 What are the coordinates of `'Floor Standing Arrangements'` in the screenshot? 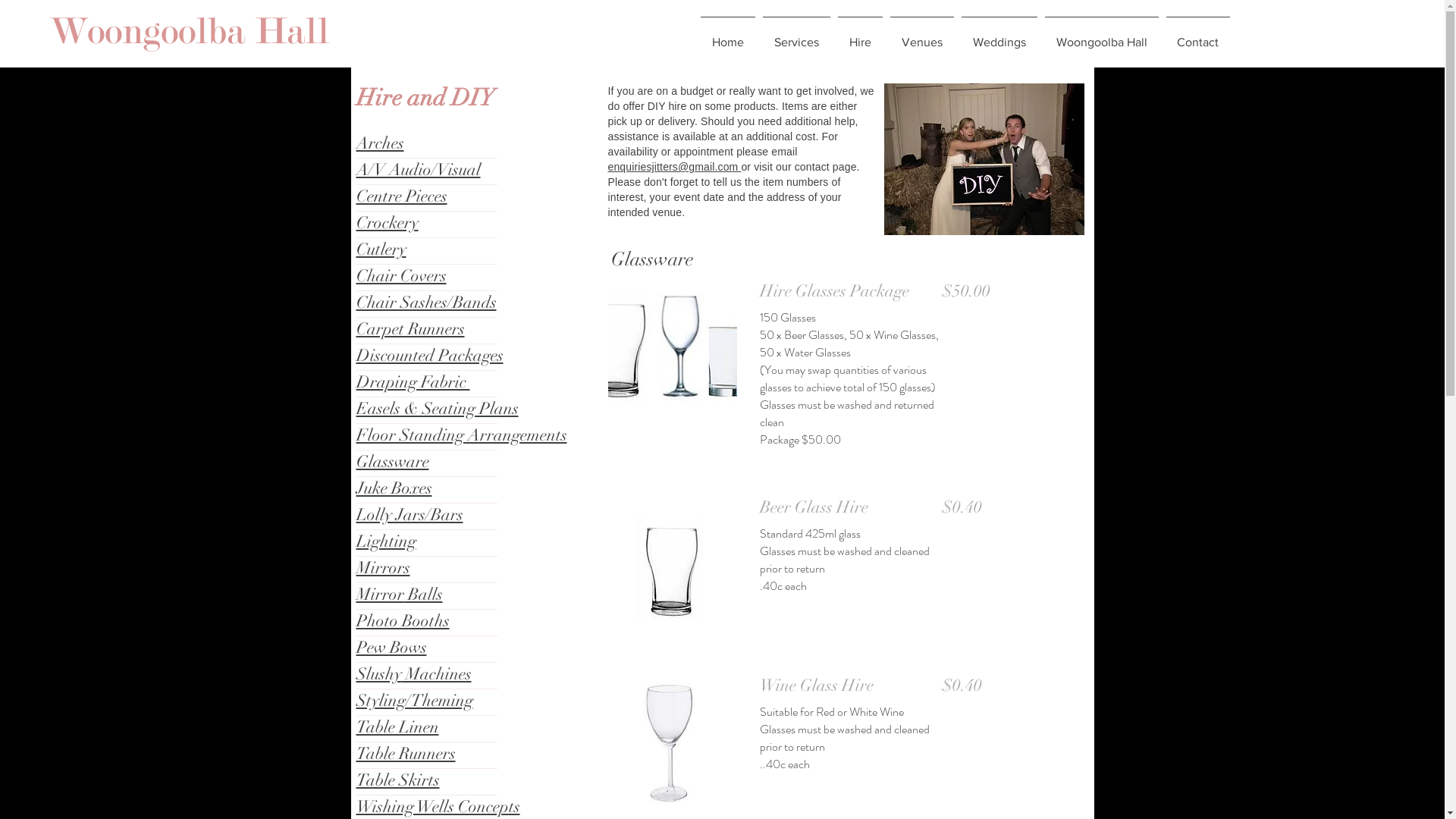 It's located at (461, 435).